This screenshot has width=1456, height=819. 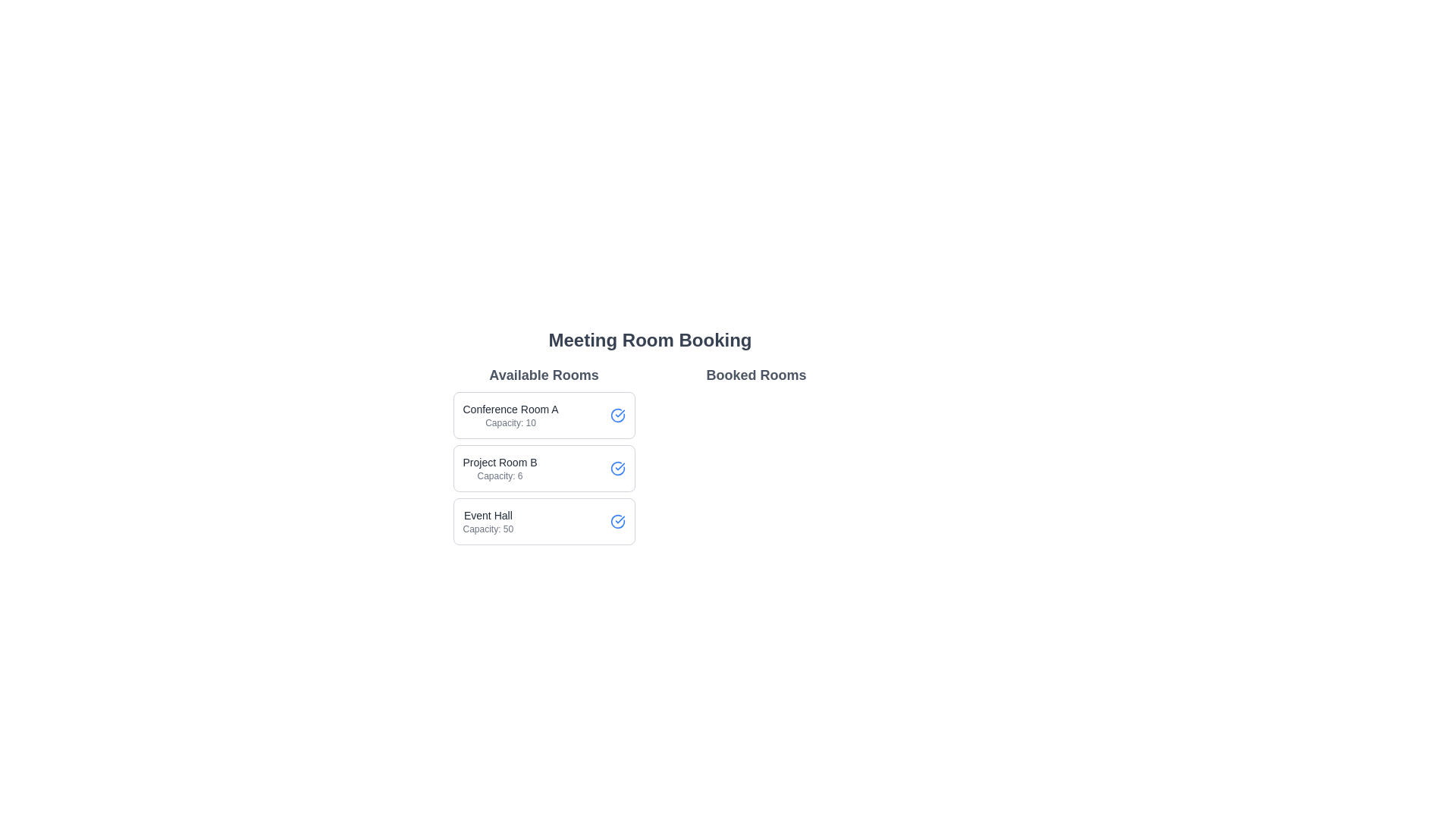 I want to click on the informational Text Label indicating the capacity of 'Conference Room A', which is located underneath the label within the first card displaying information about the room, so click(x=510, y=423).